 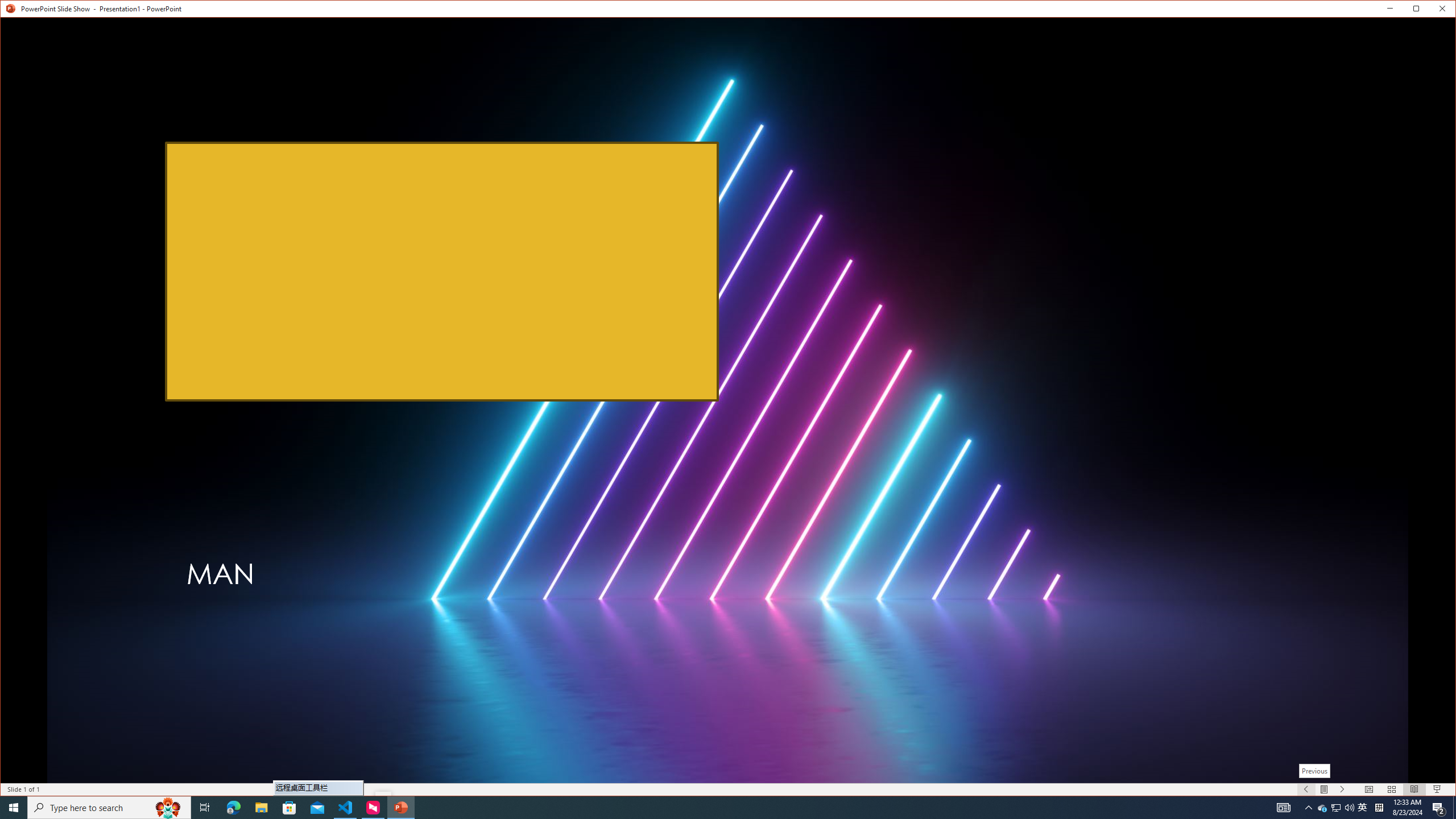 What do you see at coordinates (1324, 789) in the screenshot?
I see `'Menu On'` at bounding box center [1324, 789].